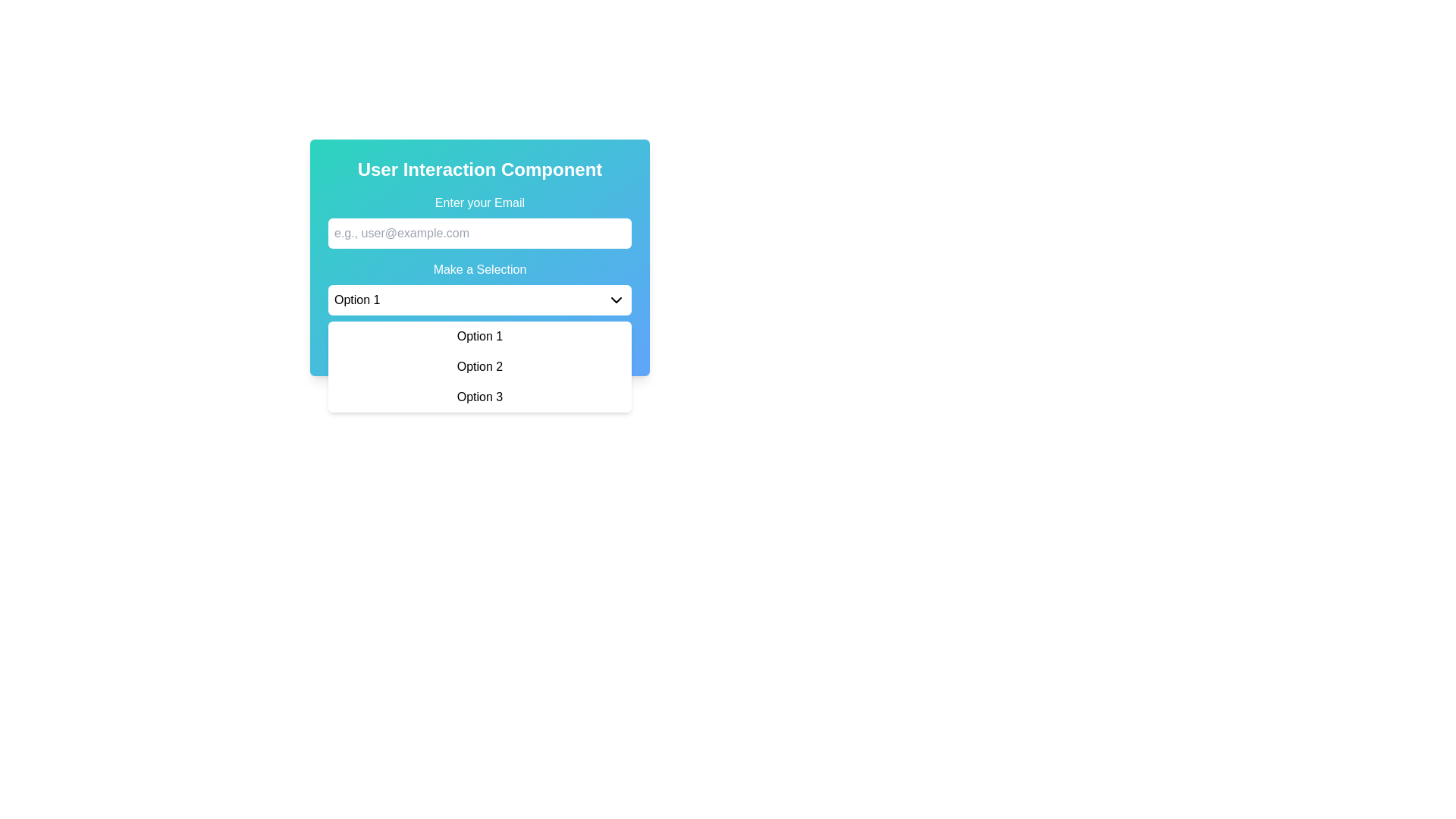 The width and height of the screenshot is (1456, 819). Describe the element at coordinates (616, 300) in the screenshot. I see `the chevron icon at the far-right end of the horizontal bar labeled 'Option 1'` at that location.